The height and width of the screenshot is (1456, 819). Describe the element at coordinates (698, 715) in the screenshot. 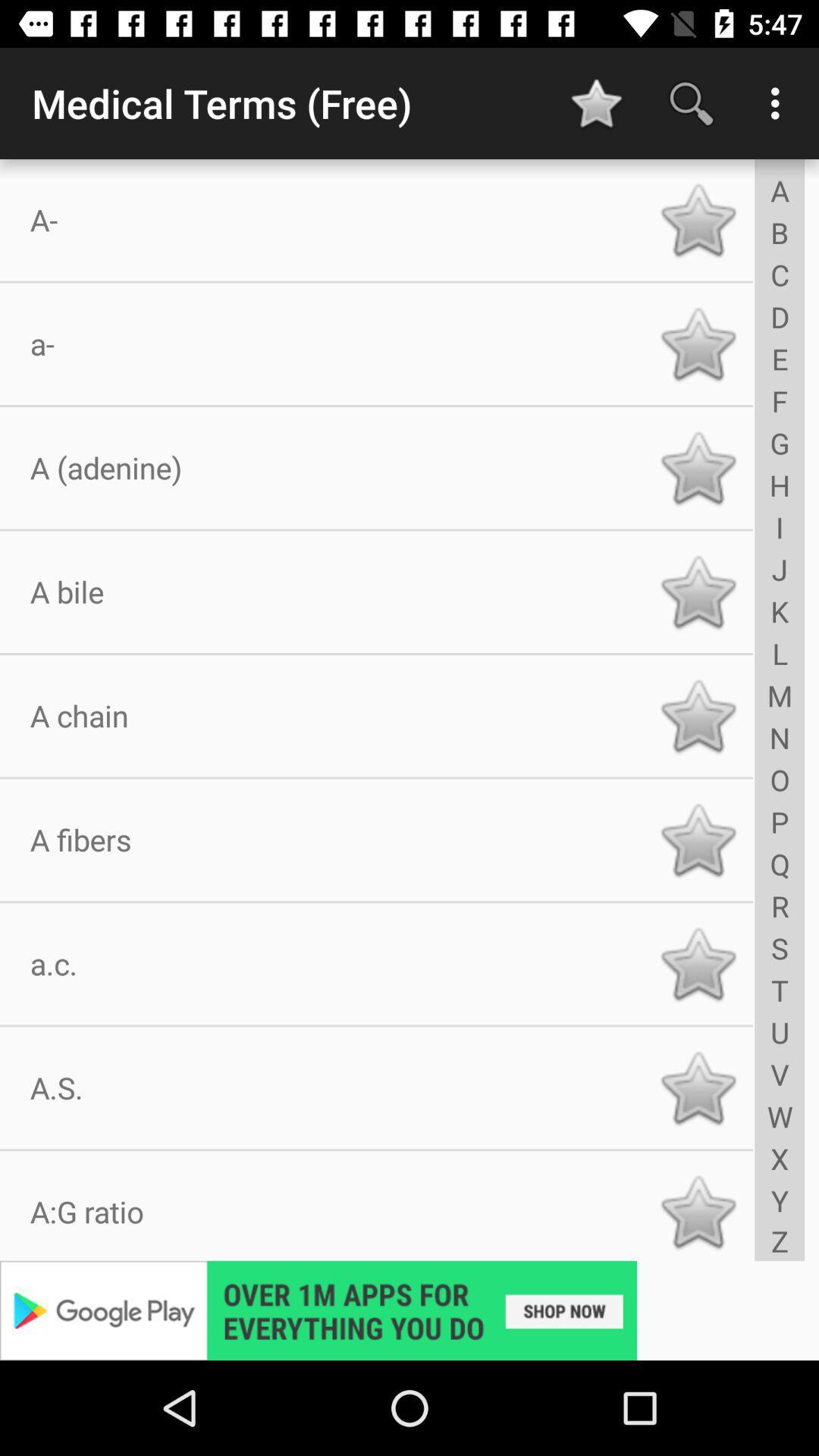

I see `save button` at that location.